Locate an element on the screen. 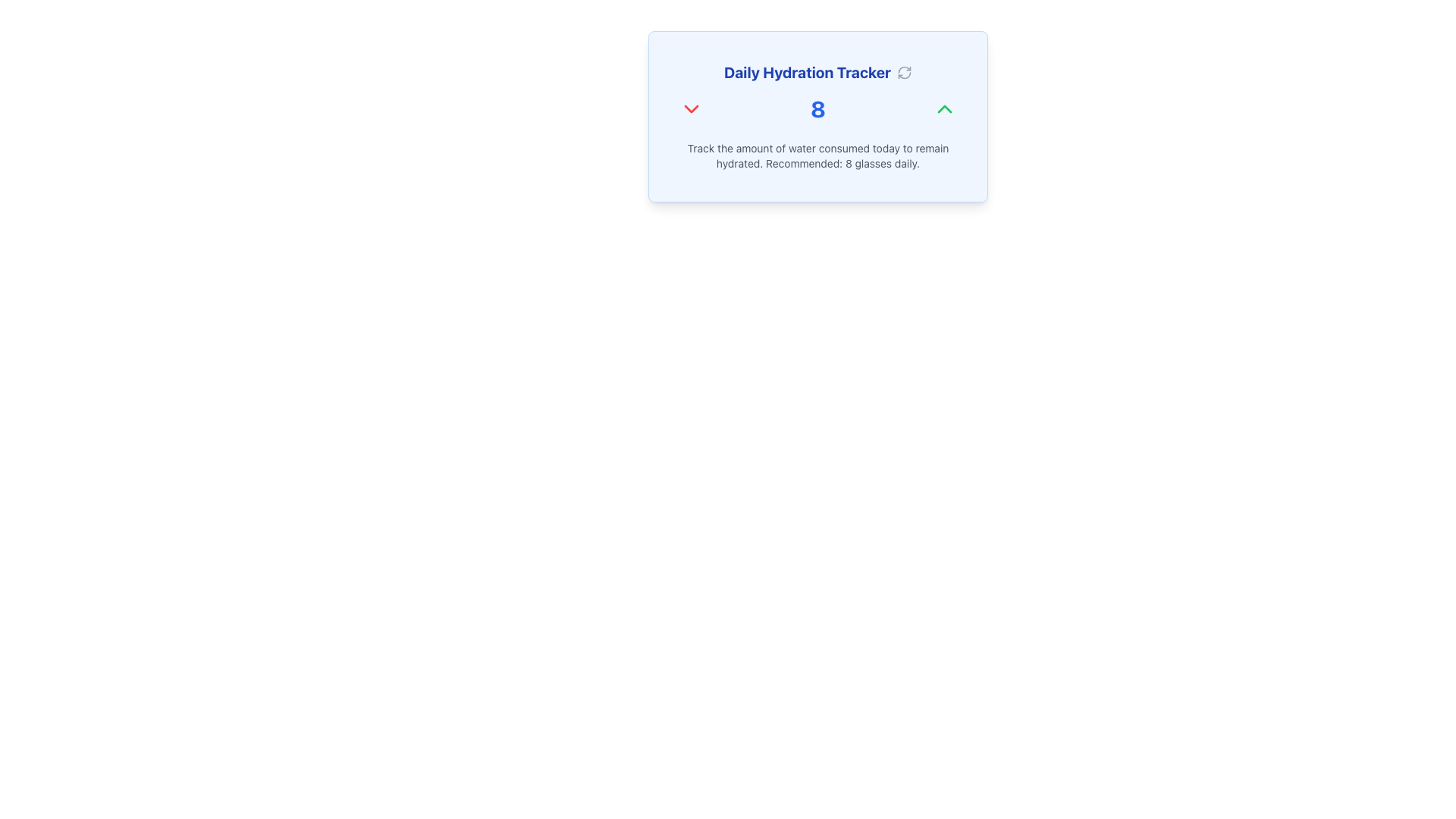  the text label at the top-center of the hydration tracking section, which serves as a title or heading is located at coordinates (817, 73).